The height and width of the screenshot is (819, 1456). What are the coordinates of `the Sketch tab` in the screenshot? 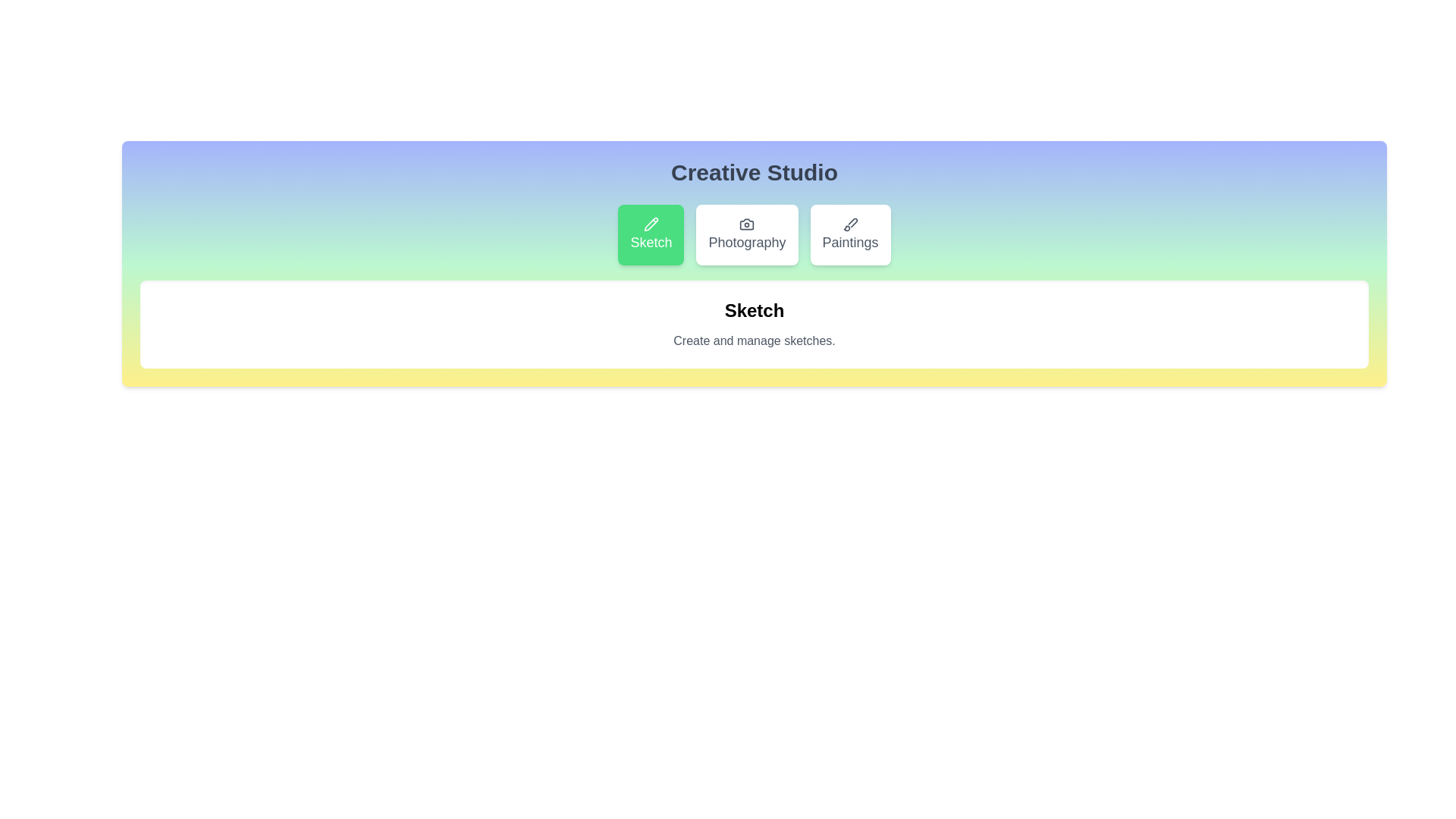 It's located at (651, 234).